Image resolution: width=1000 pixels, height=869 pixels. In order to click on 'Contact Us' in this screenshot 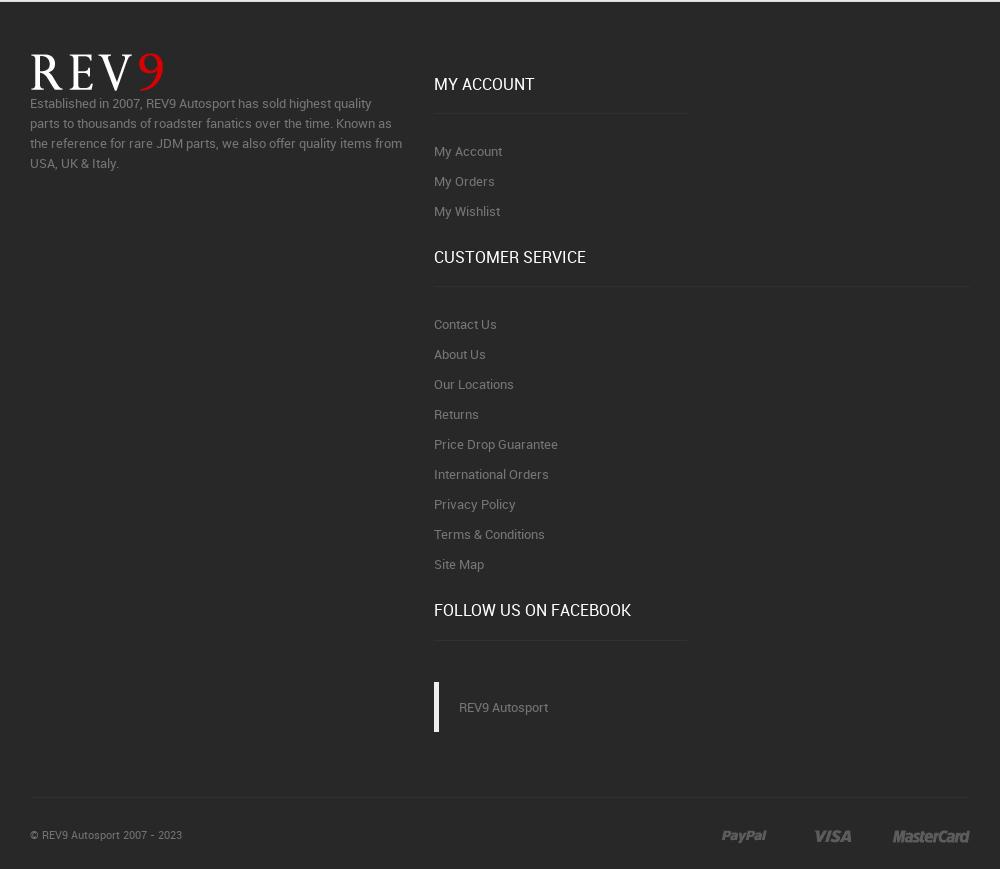, I will do `click(464, 322)`.